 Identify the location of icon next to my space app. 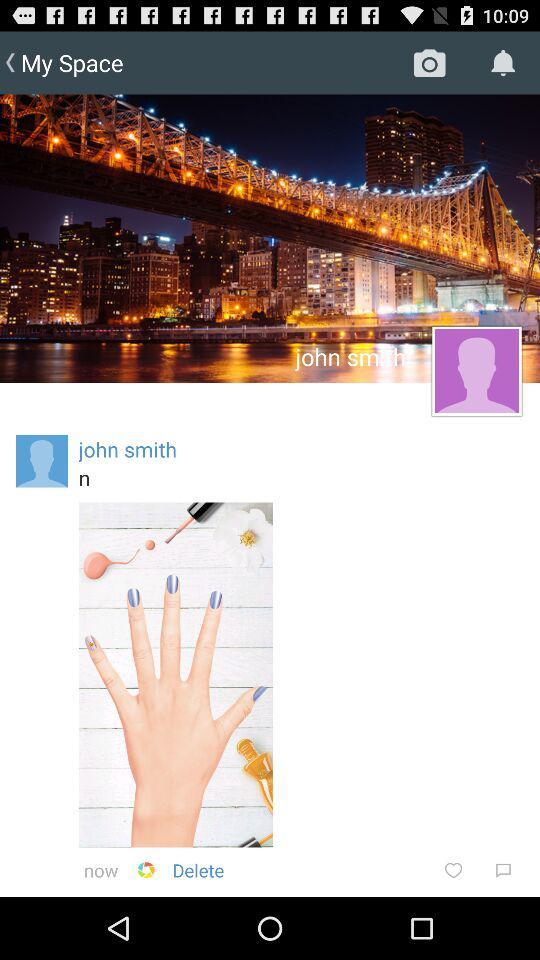
(428, 62).